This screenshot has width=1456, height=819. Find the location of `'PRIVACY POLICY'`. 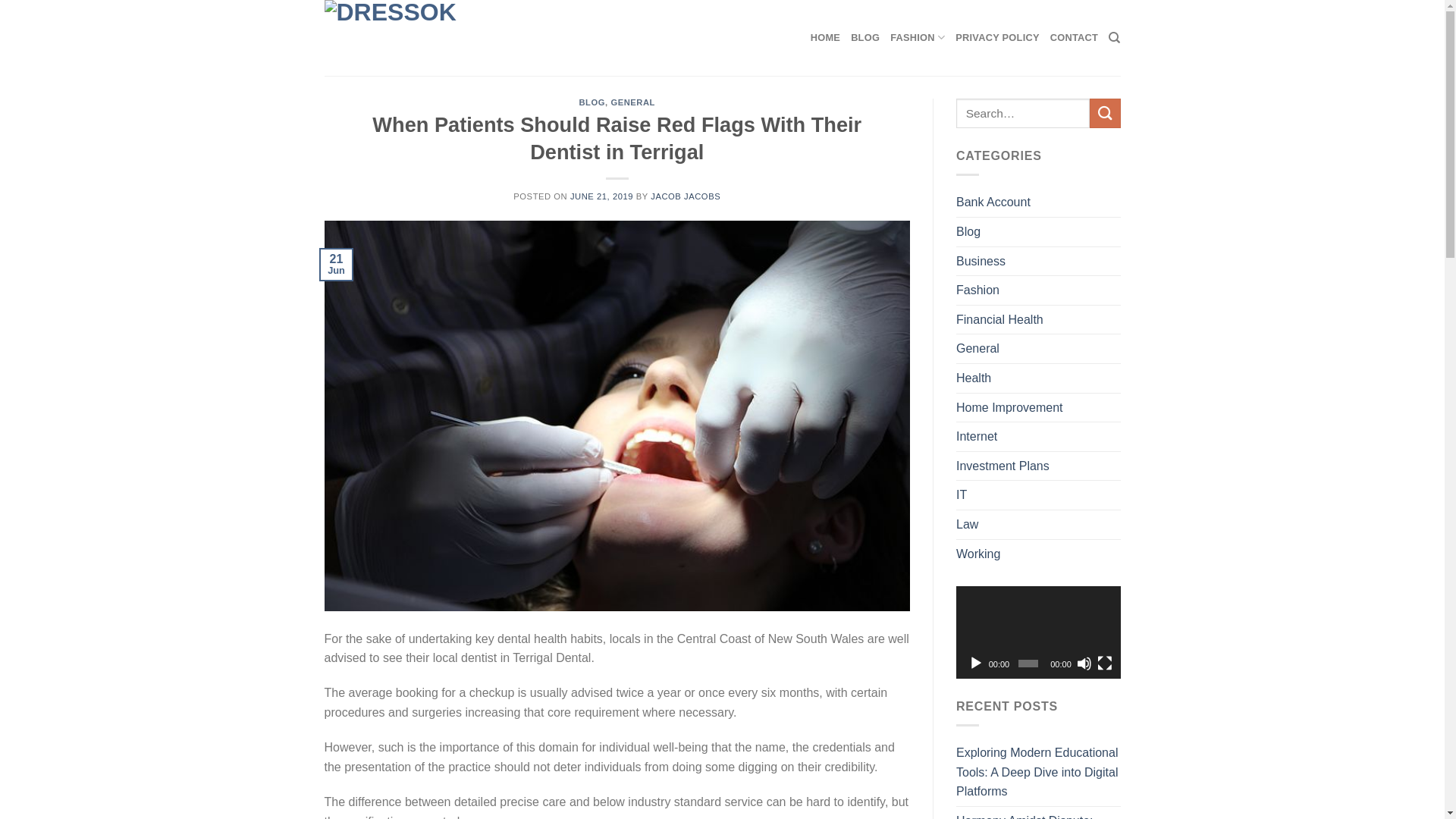

'PRIVACY POLICY' is located at coordinates (997, 37).